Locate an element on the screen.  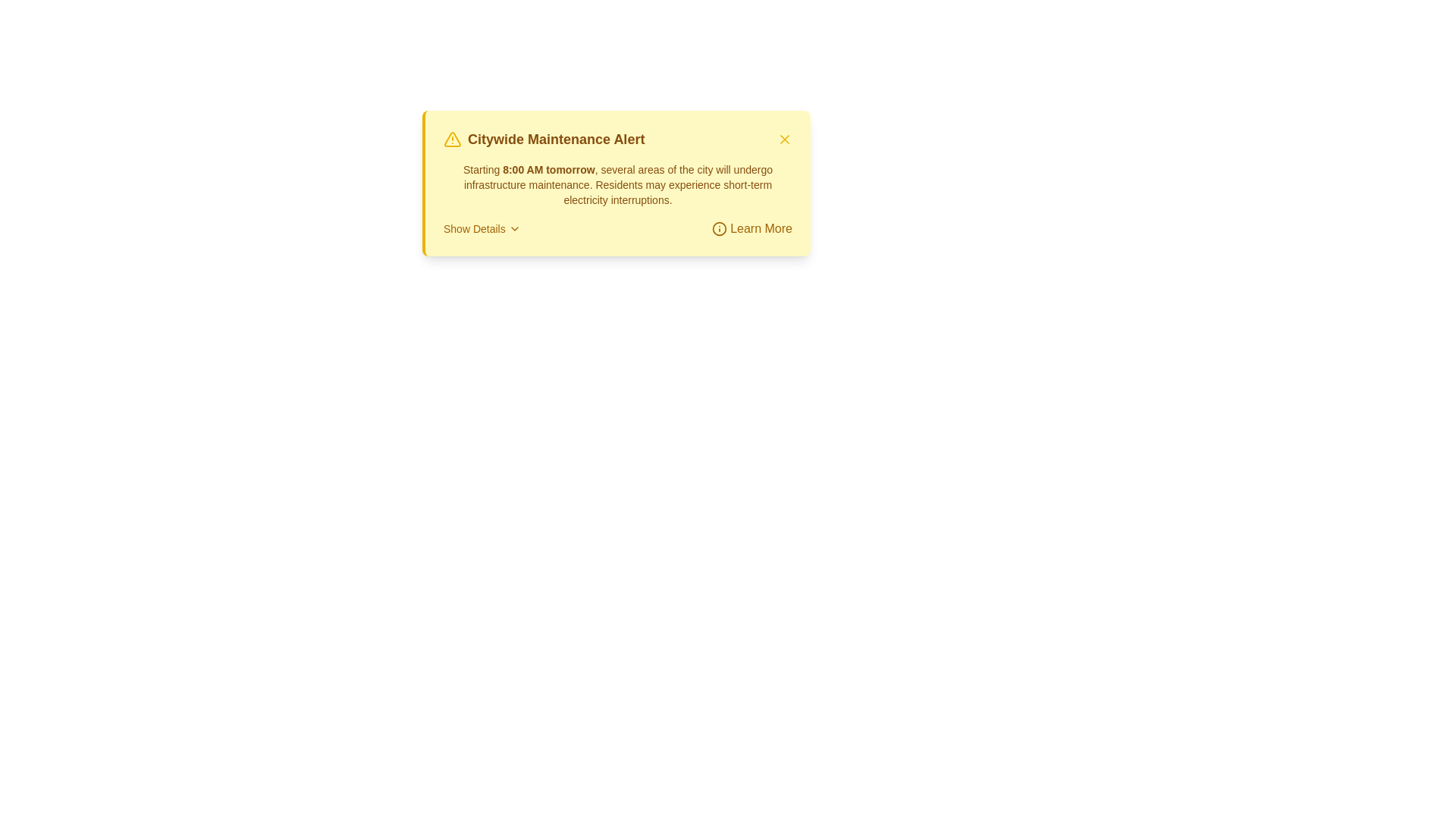
the outermost circular part of the graphical icon located to the left of the 'Learn More' title text in the notification card is located at coordinates (719, 228).